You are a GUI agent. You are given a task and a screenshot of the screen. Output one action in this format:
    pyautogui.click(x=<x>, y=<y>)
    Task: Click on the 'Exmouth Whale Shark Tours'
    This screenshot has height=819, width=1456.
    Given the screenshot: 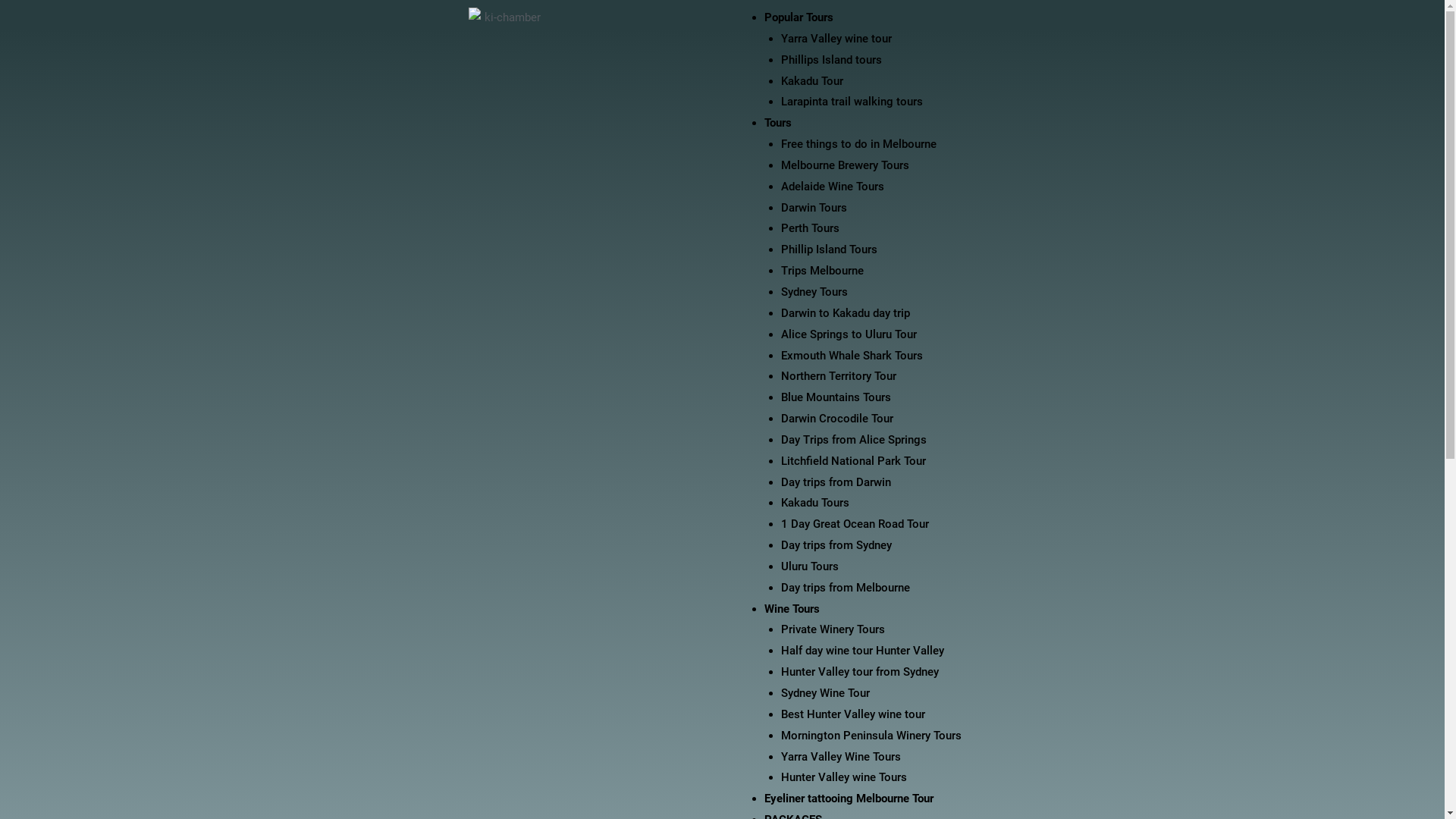 What is the action you would take?
    pyautogui.click(x=781, y=356)
    